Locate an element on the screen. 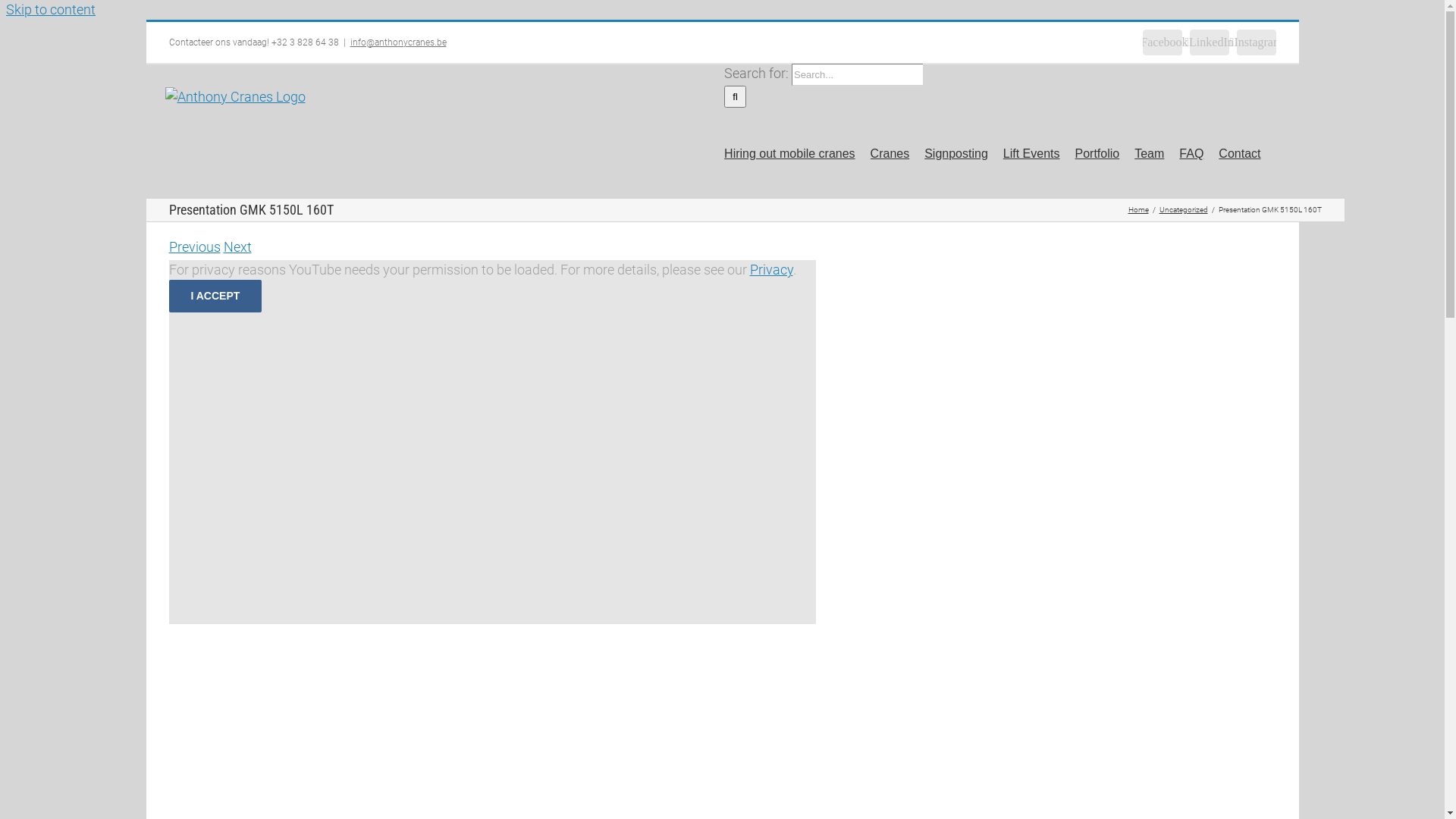 The height and width of the screenshot is (819, 1456). 'Uncategorized' is located at coordinates (1182, 209).